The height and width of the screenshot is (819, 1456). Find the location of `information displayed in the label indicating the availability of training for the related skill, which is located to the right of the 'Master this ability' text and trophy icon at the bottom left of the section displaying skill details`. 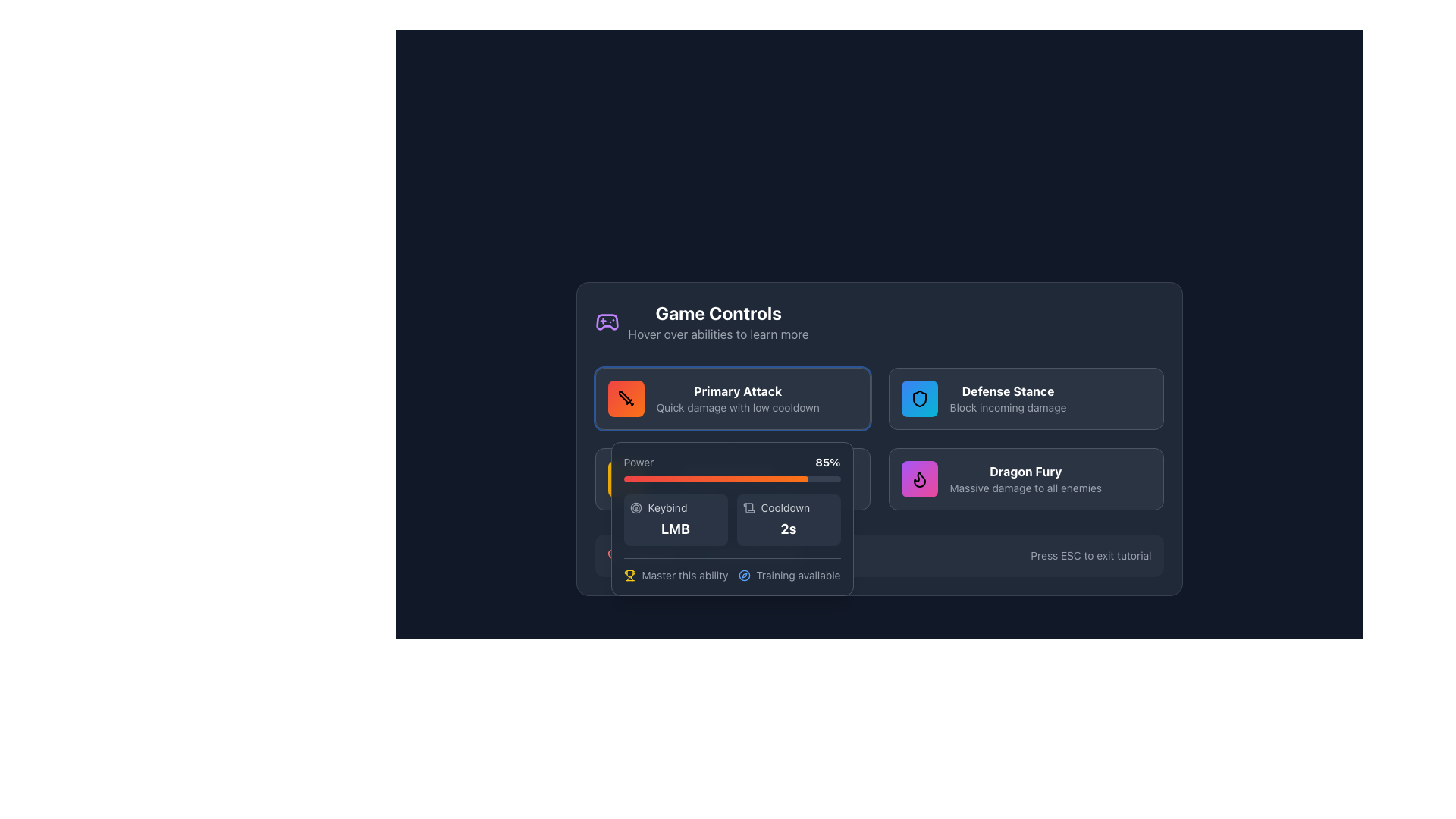

information displayed in the label indicating the availability of training for the related skill, which is located to the right of the 'Master this ability' text and trophy icon at the bottom left of the section displaying skill details is located at coordinates (789, 576).